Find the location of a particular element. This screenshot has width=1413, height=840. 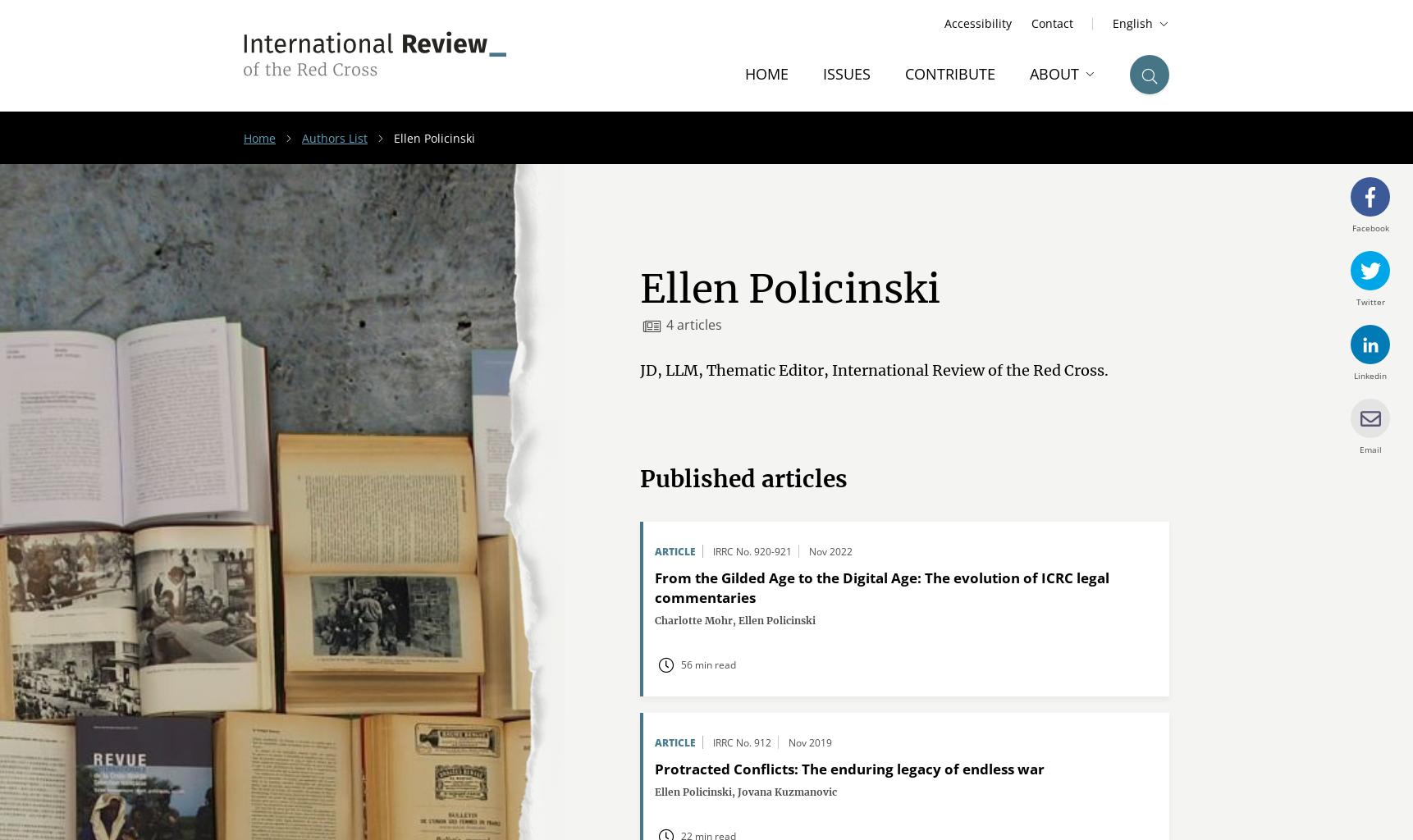

'Français' is located at coordinates (1125, 81).